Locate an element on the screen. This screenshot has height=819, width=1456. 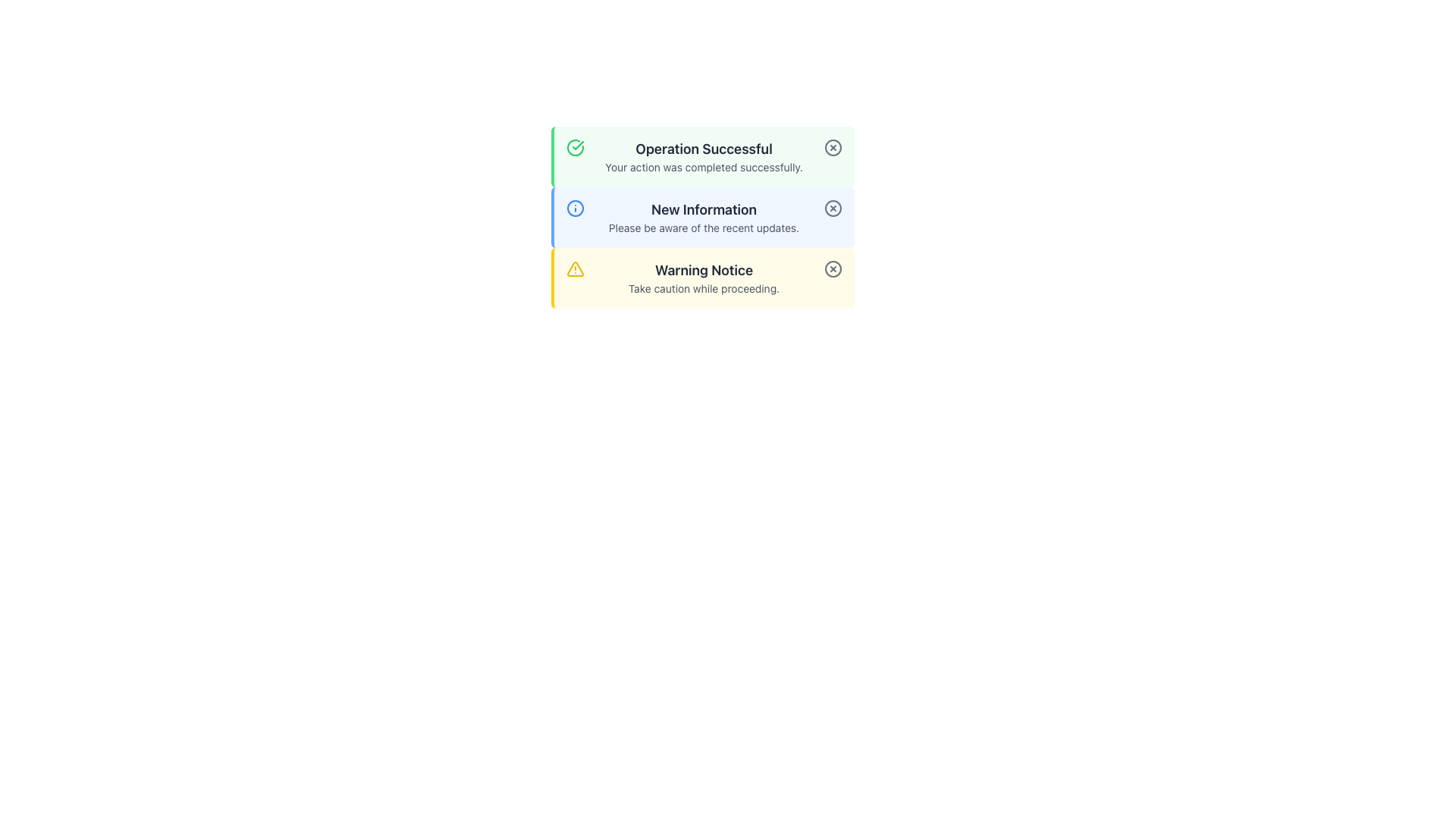
the informational notification icon located in the 'New Information' section, positioned to the left of the title text is located at coordinates (574, 208).